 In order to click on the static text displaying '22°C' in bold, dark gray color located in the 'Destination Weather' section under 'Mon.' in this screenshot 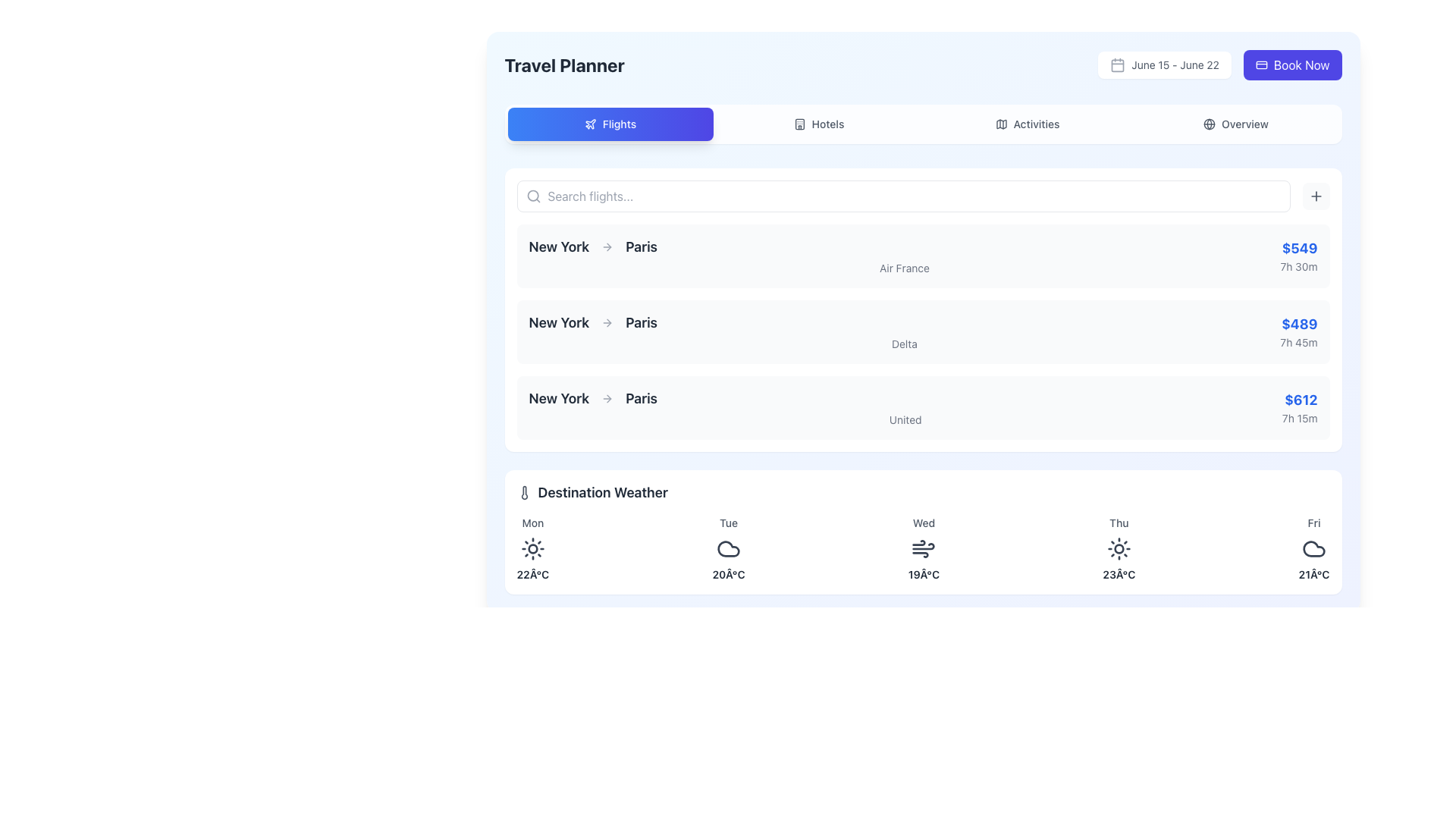, I will do `click(532, 575)`.